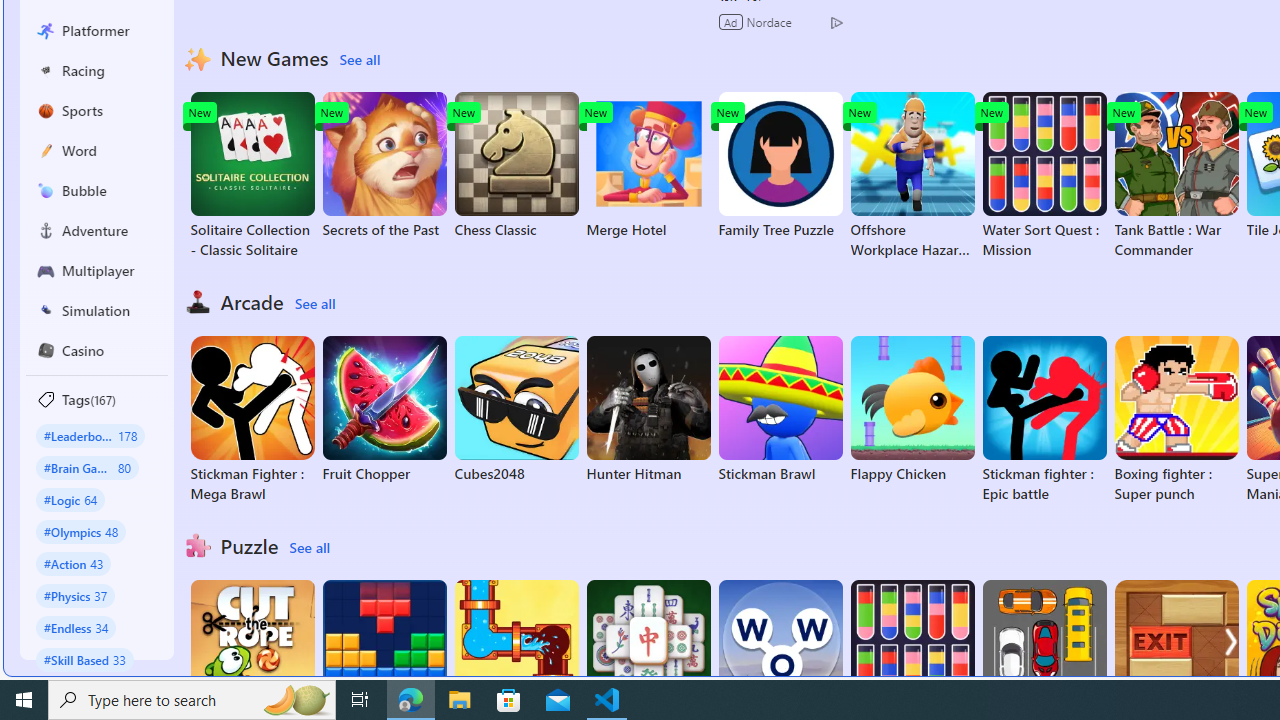 This screenshot has width=1280, height=720. I want to click on 'Hunter Hitman', so click(648, 409).